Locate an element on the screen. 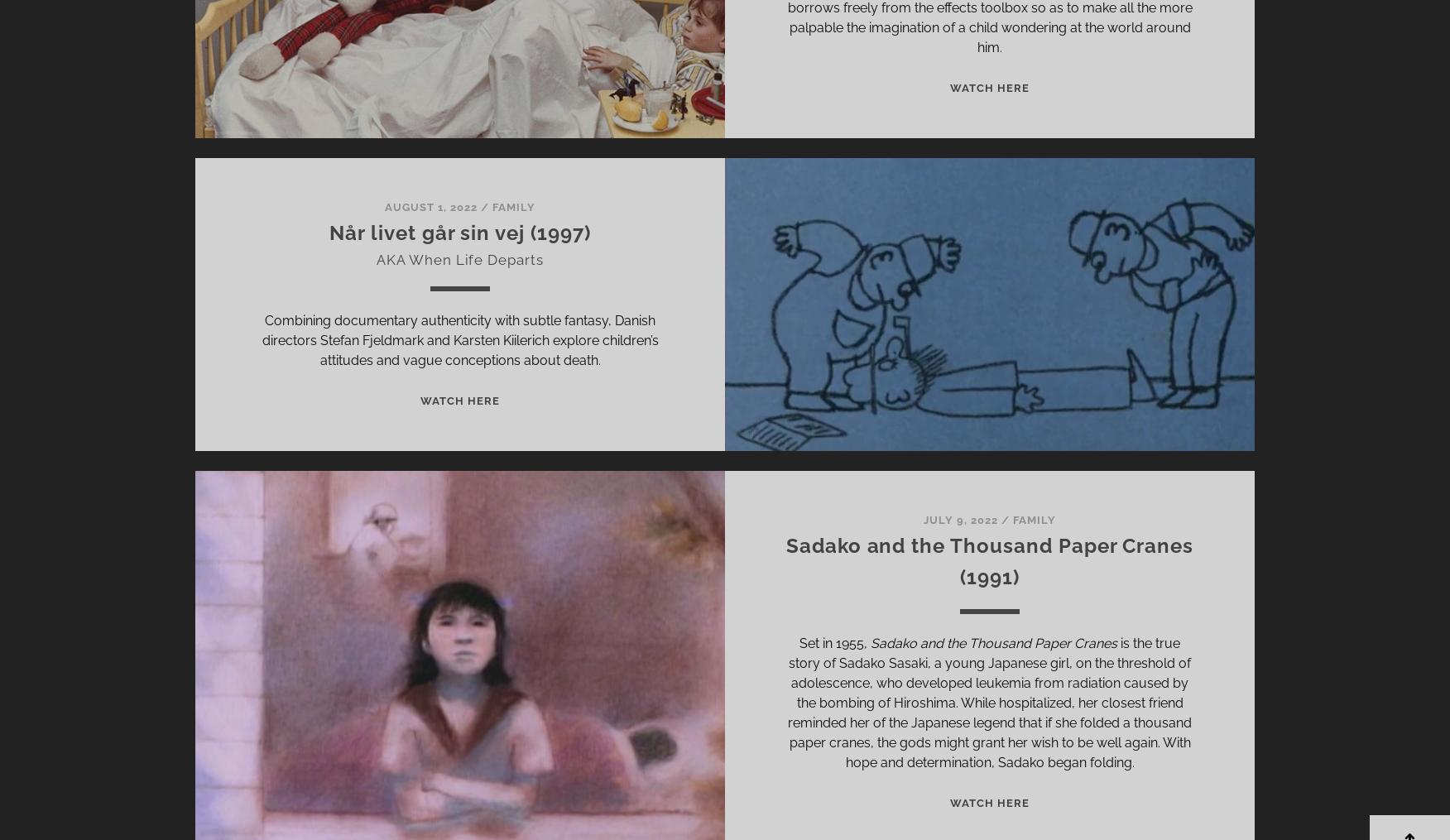 The image size is (1450, 840). 'is the true story of Sadako Sasaki, a young Japanese girl, on the threshold of adolescence, who developed leukemia from radiation caused by the bombing of Hiroshima. While hospitalized, her closest friend reminded her of the Japanese legend that if she folded a thousand paper cranes, the gods might grant her wish to be well again. With hope and determination, Sadako began folding.' is located at coordinates (989, 702).